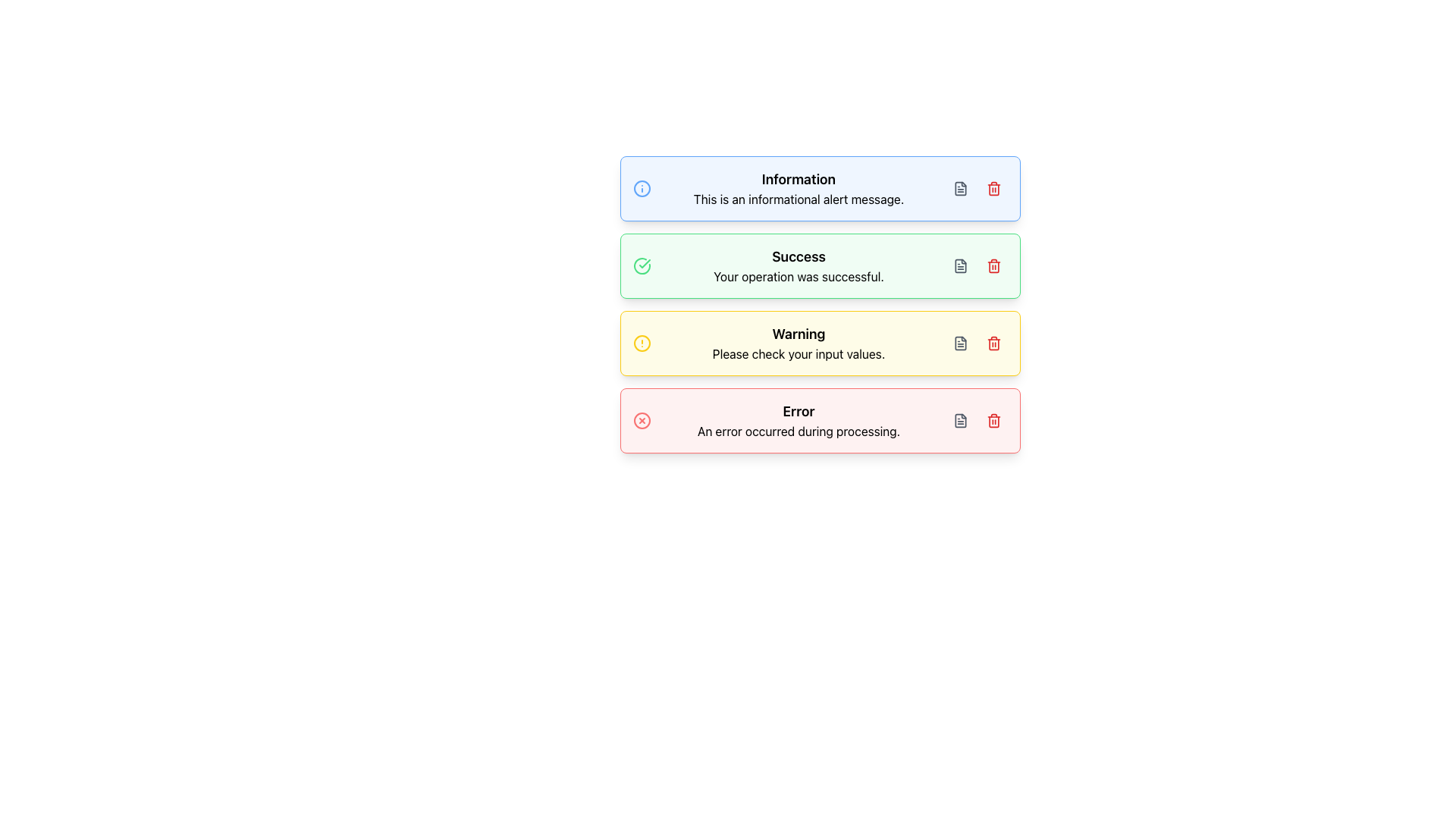 The height and width of the screenshot is (819, 1456). I want to click on the trash bin icon located at the right end of the error alert card, so click(993, 421).